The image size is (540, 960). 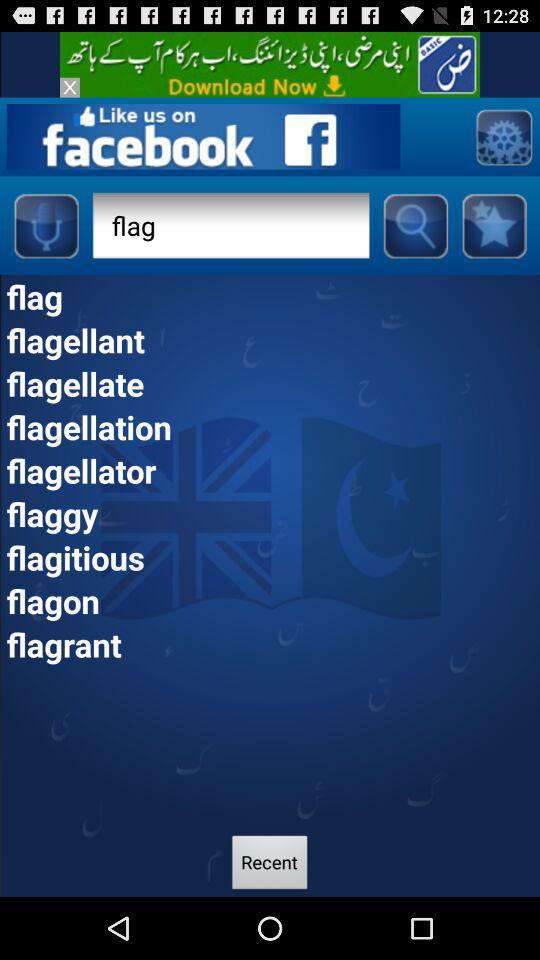 I want to click on setting page, so click(x=502, y=135).